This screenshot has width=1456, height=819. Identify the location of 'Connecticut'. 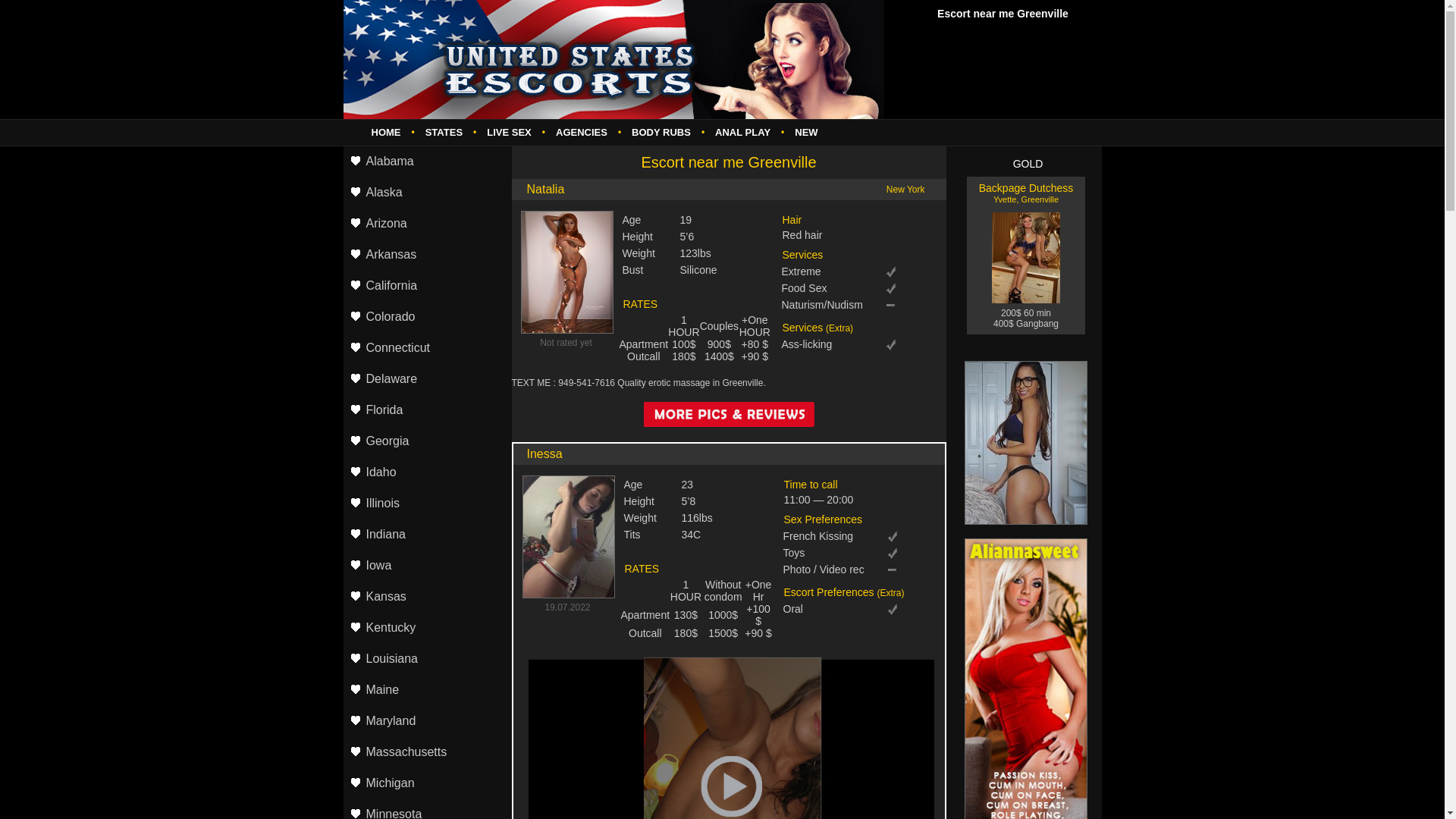
(425, 348).